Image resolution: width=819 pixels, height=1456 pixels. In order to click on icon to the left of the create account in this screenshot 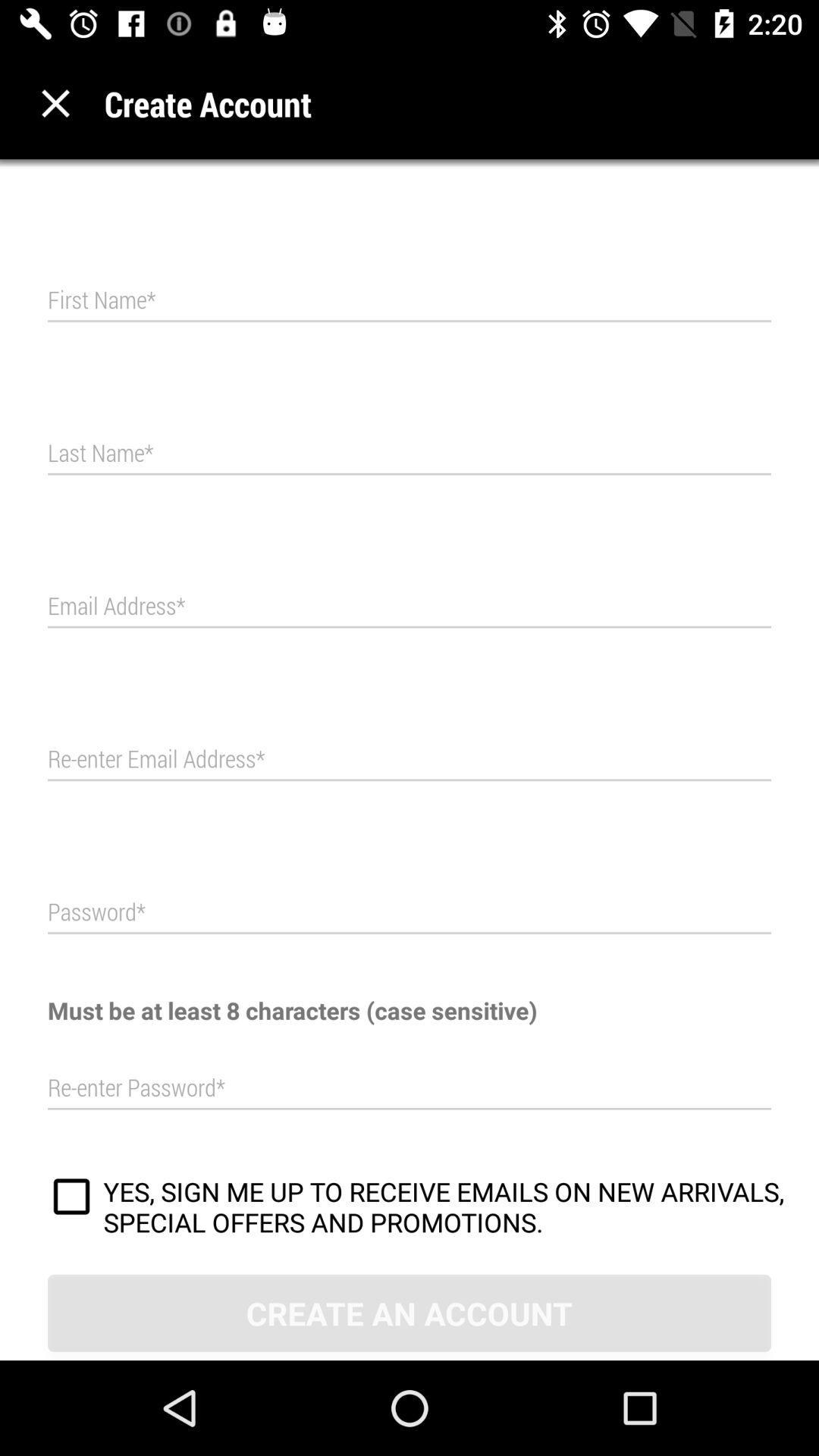, I will do `click(55, 102)`.